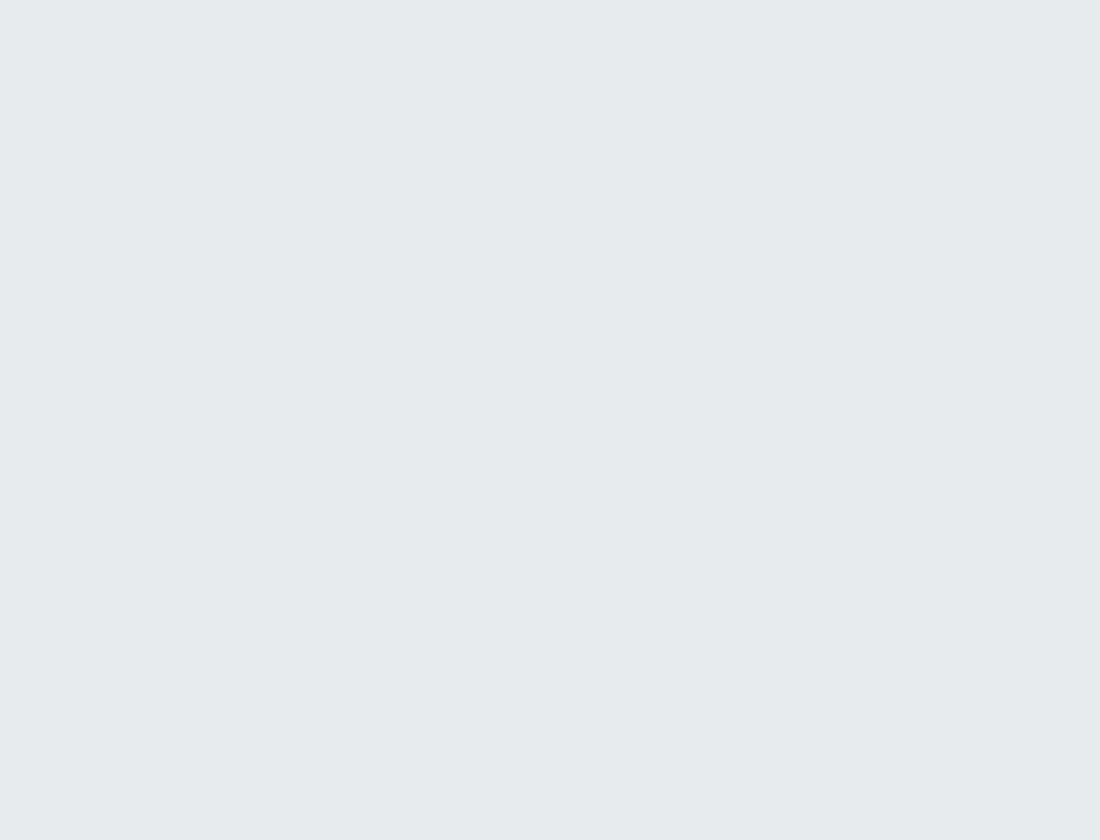 The height and width of the screenshot is (840, 1100). I want to click on 'Replies', so click(908, 663).